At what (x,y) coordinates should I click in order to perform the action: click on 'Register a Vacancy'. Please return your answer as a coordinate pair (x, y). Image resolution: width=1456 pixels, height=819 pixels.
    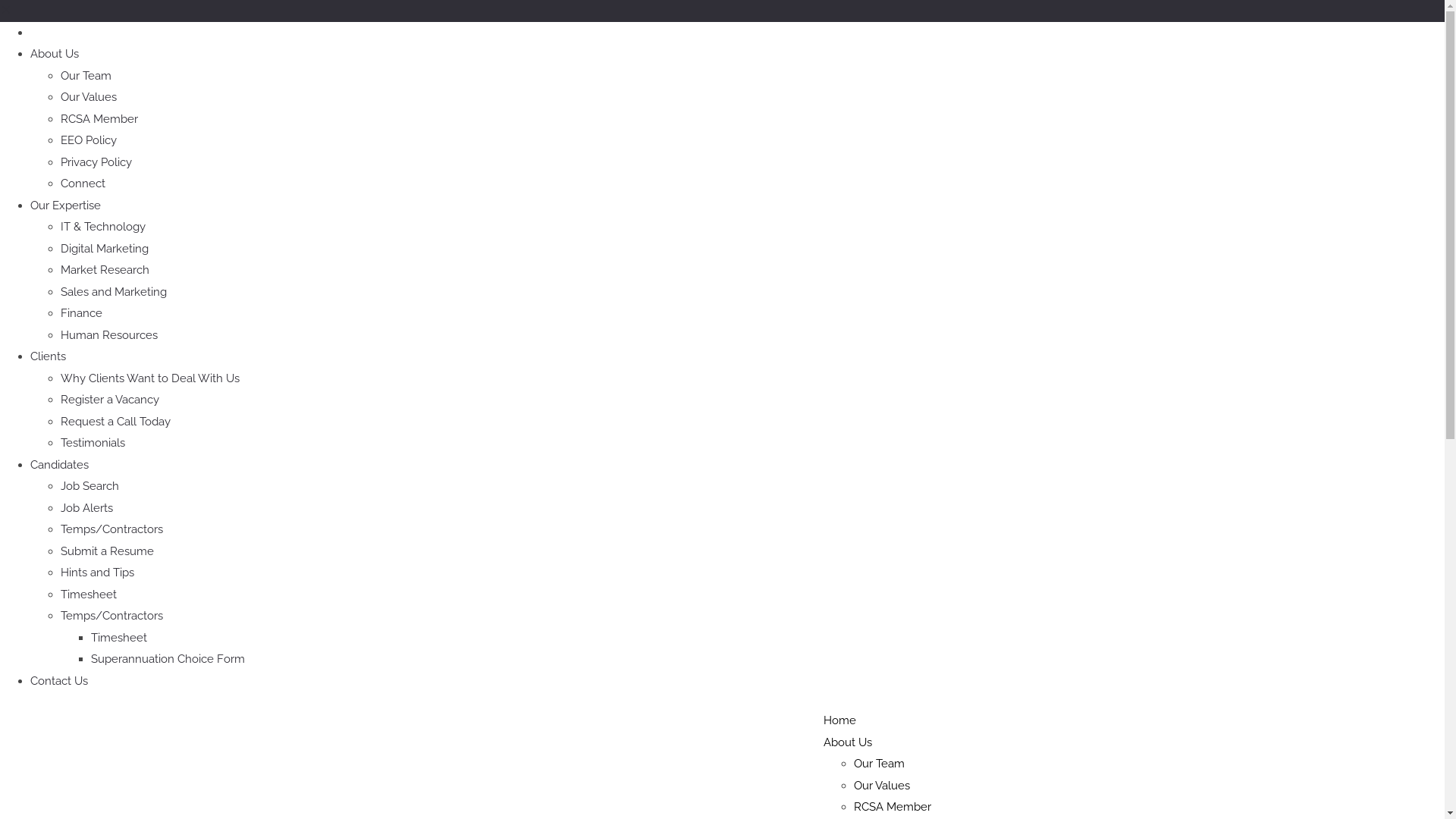
    Looking at the image, I should click on (108, 399).